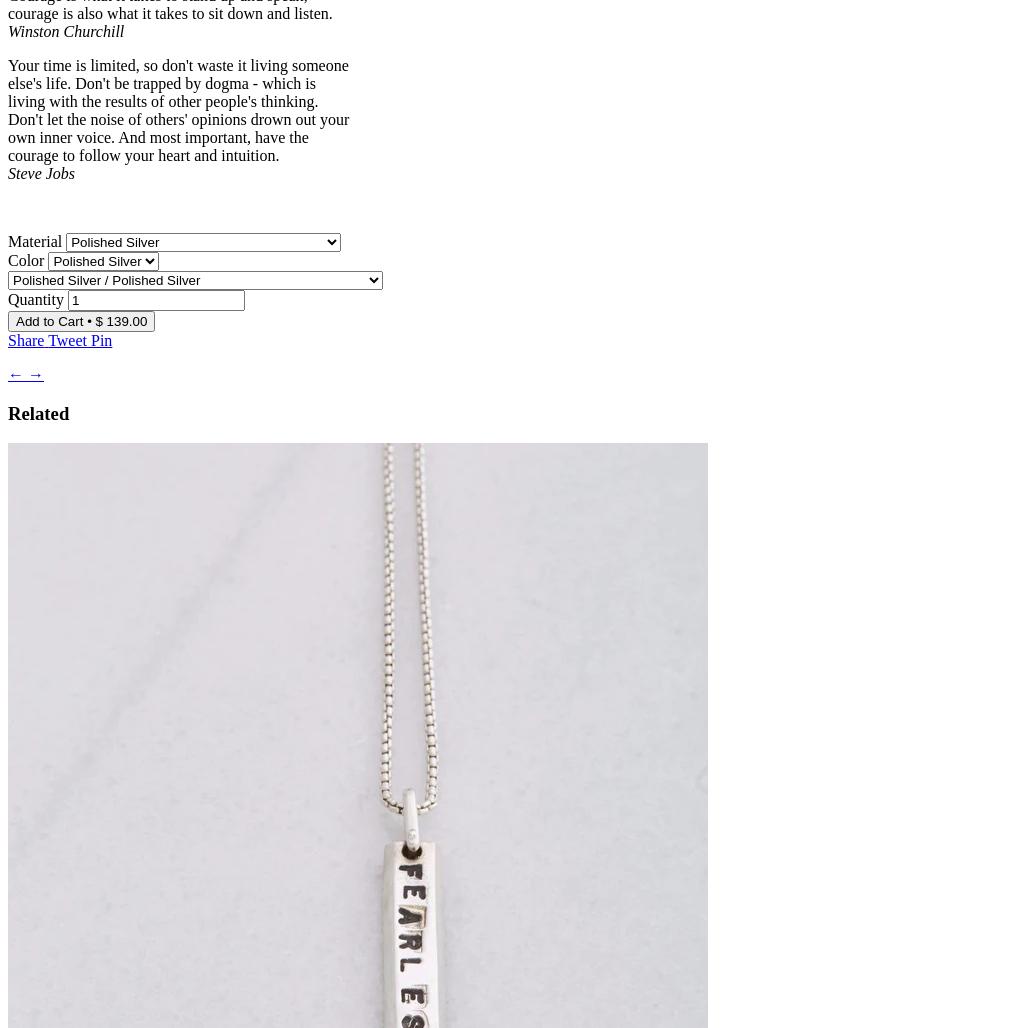 The image size is (1032, 1028). I want to click on 'Material', so click(8, 239).